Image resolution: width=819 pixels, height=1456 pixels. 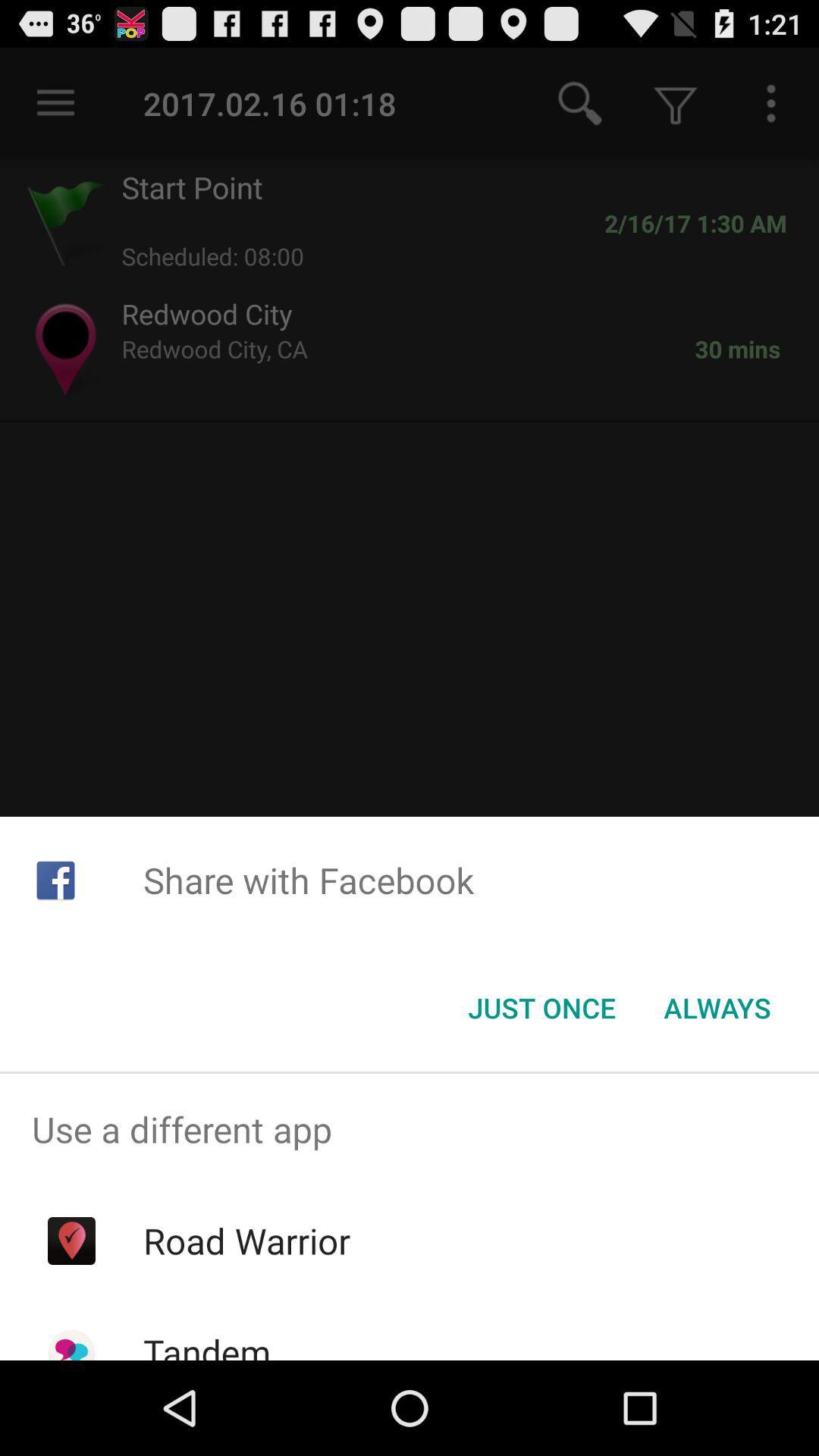 I want to click on the icon next to always icon, so click(x=541, y=1008).